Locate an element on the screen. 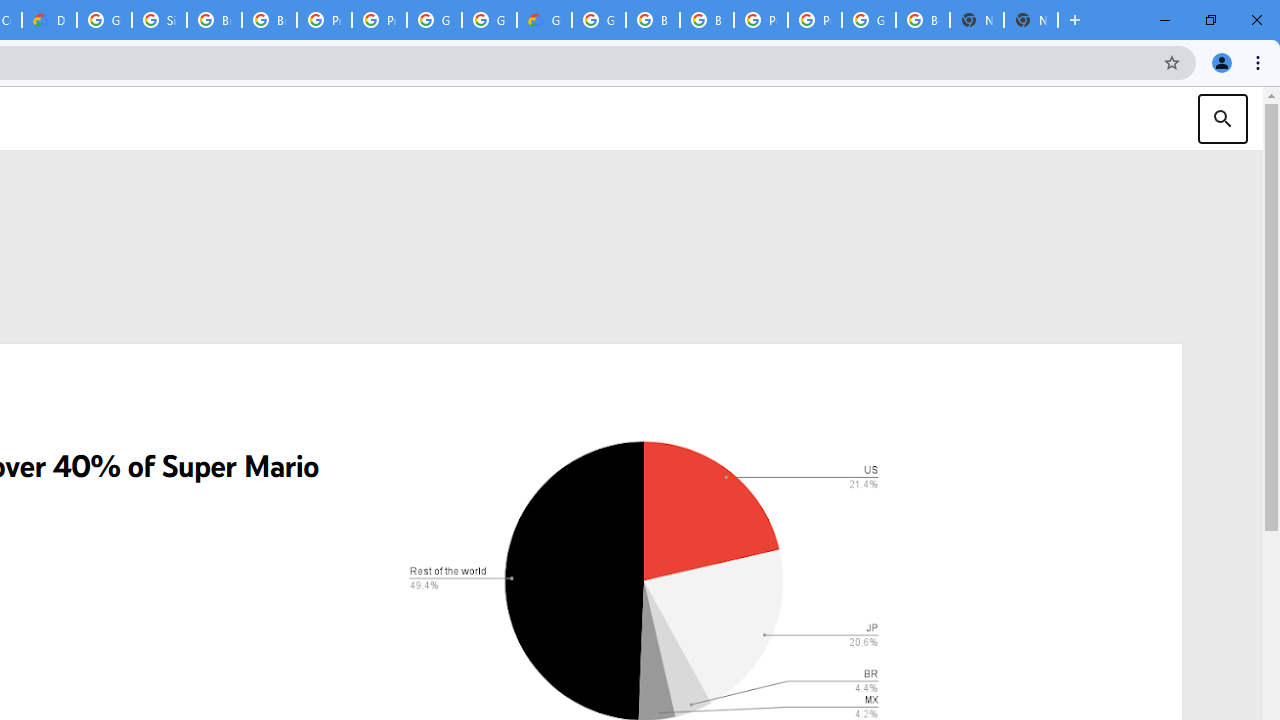  'Browse Chrome as a guest - Computer - Google Chrome Help' is located at coordinates (214, 20).